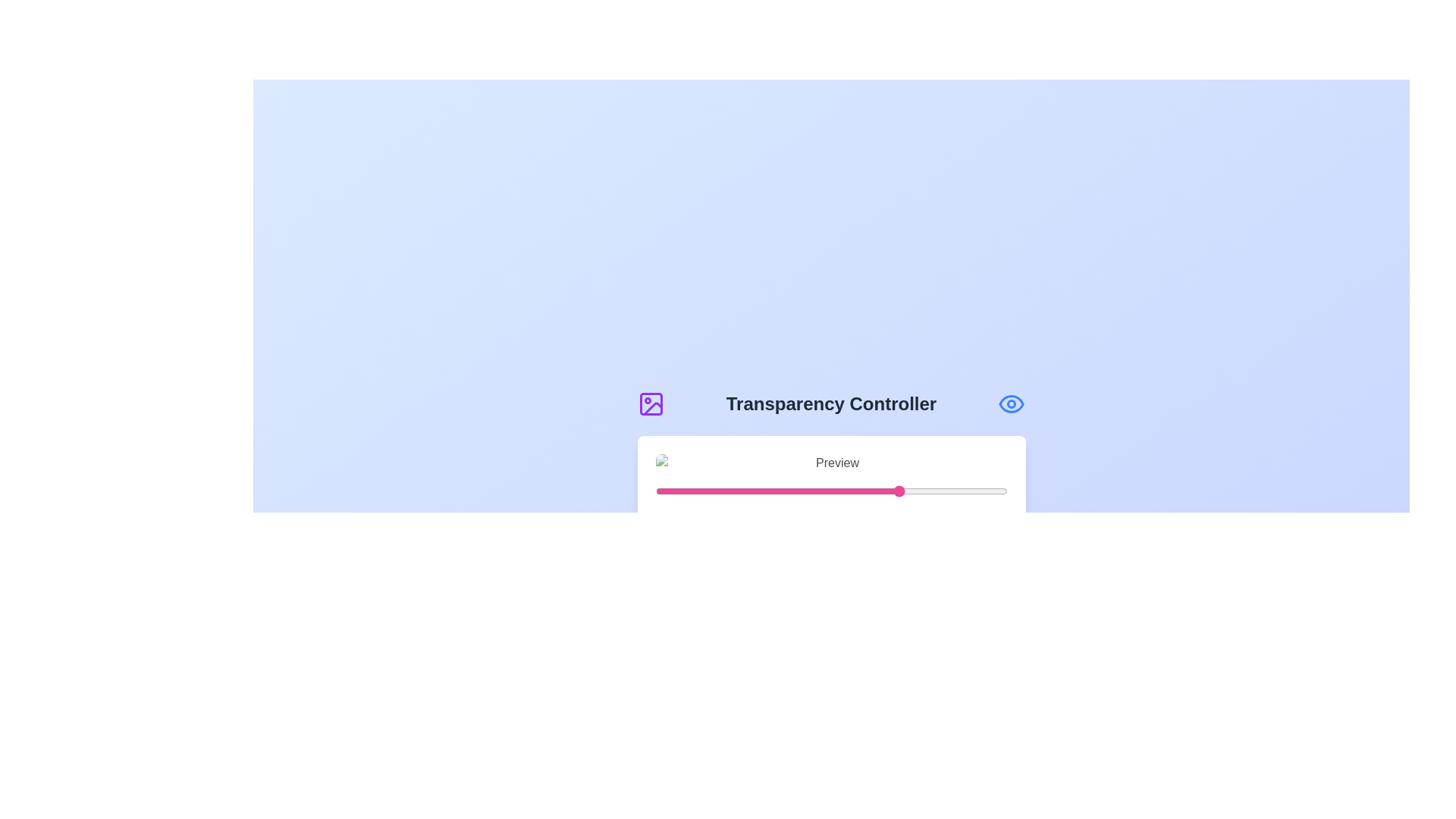  What do you see at coordinates (830, 462) in the screenshot?
I see `the preview image to inspect it` at bounding box center [830, 462].